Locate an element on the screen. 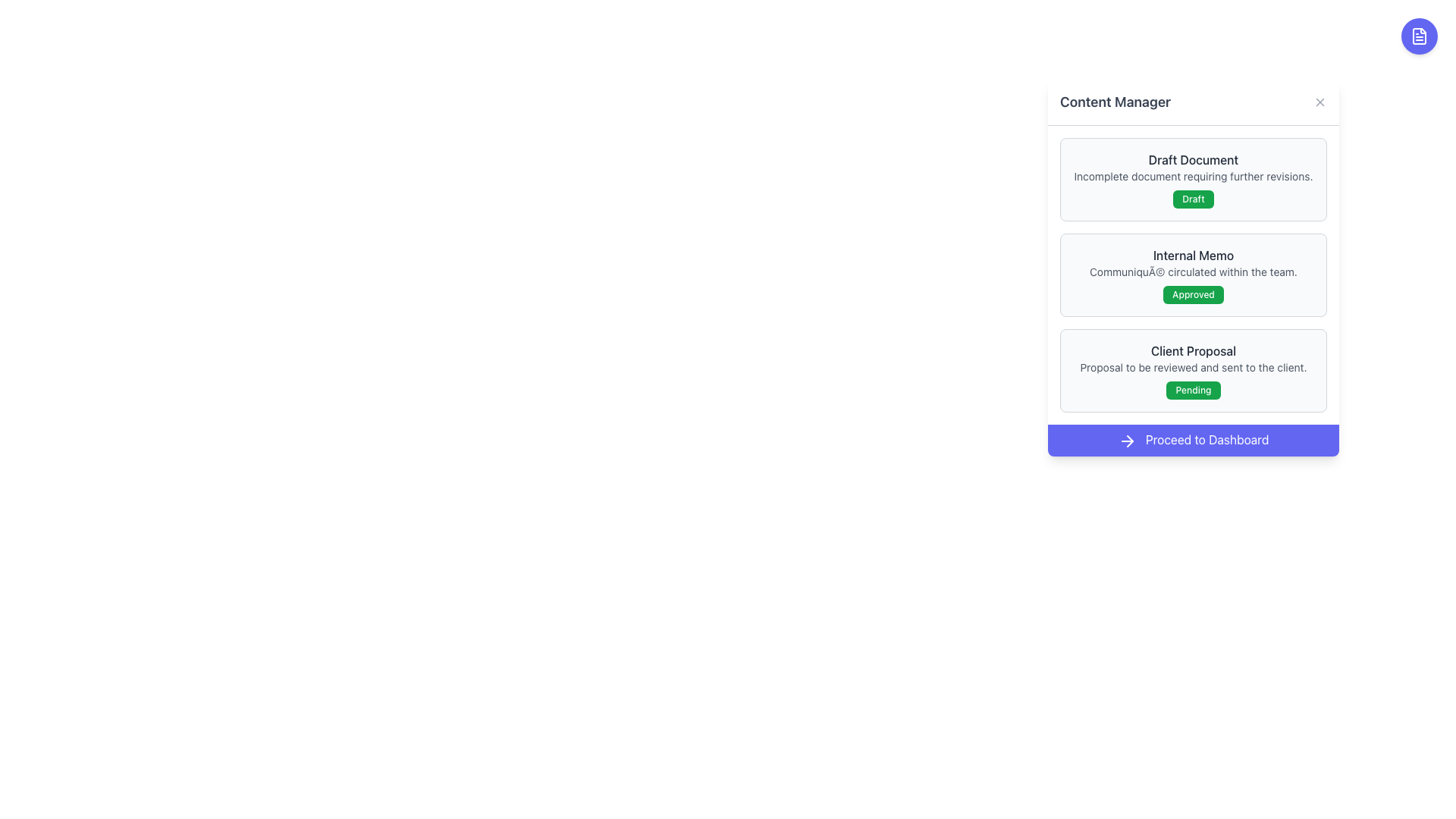 The image size is (1456, 819). the 'Content Manager' text label, which is a bold, medium-sized dark gray label located at the top-left corner of a card interface is located at coordinates (1116, 102).